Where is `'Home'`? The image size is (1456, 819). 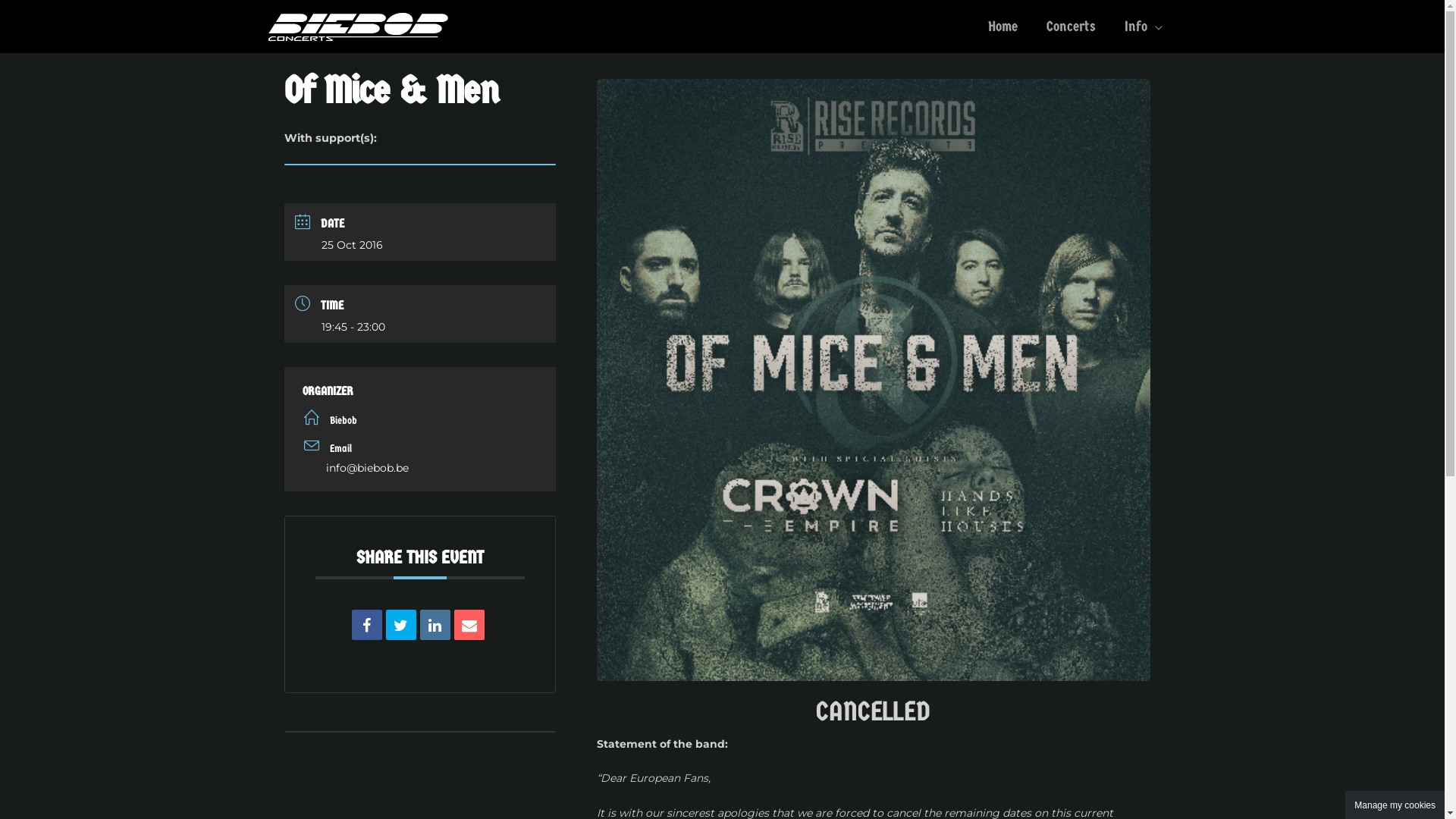 'Home' is located at coordinates (972, 26).